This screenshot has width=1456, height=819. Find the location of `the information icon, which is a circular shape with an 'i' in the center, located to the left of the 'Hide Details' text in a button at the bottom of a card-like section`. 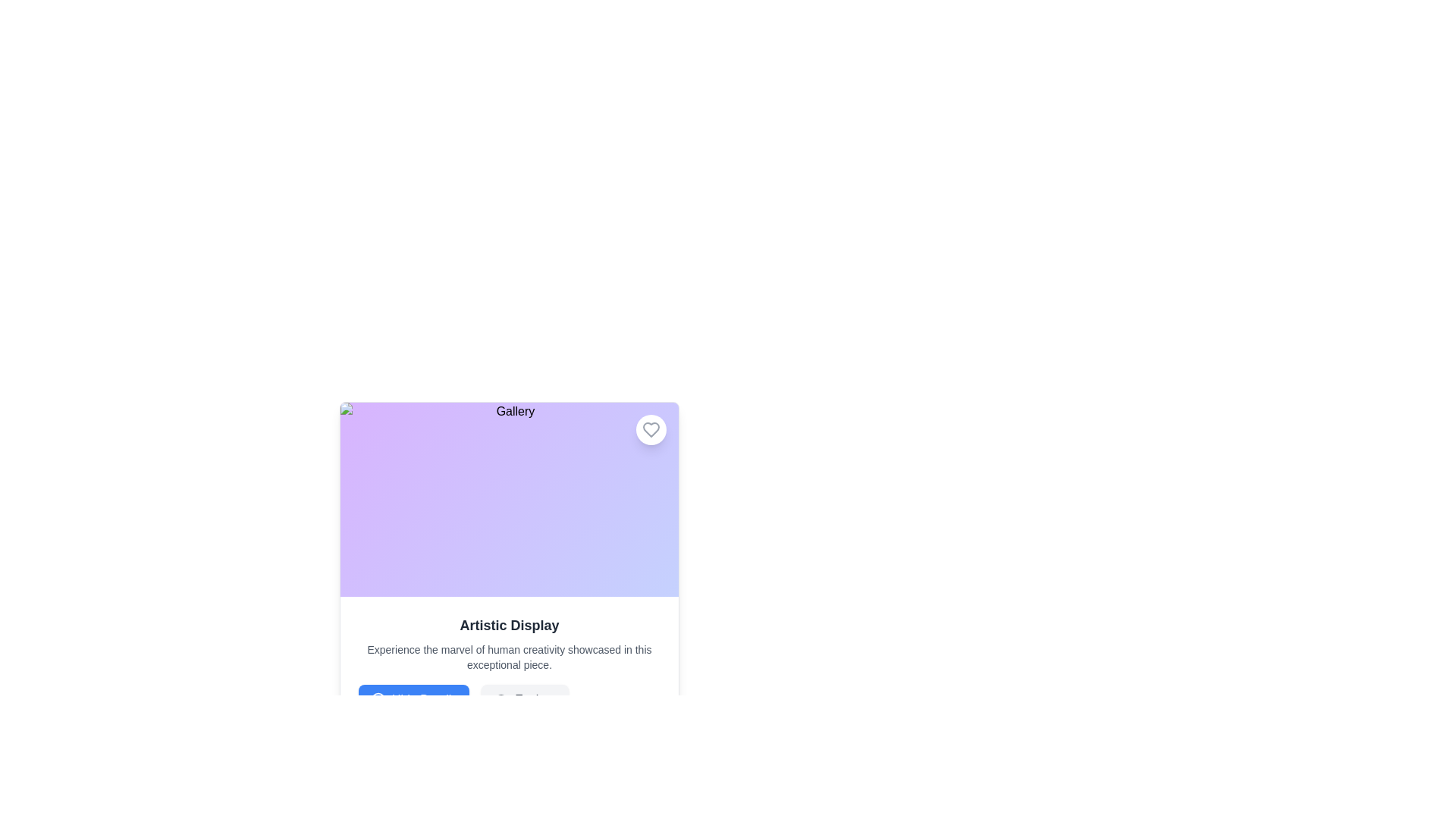

the information icon, which is a circular shape with an 'i' in the center, located to the left of the 'Hide Details' text in a button at the bottom of a card-like section is located at coordinates (378, 699).